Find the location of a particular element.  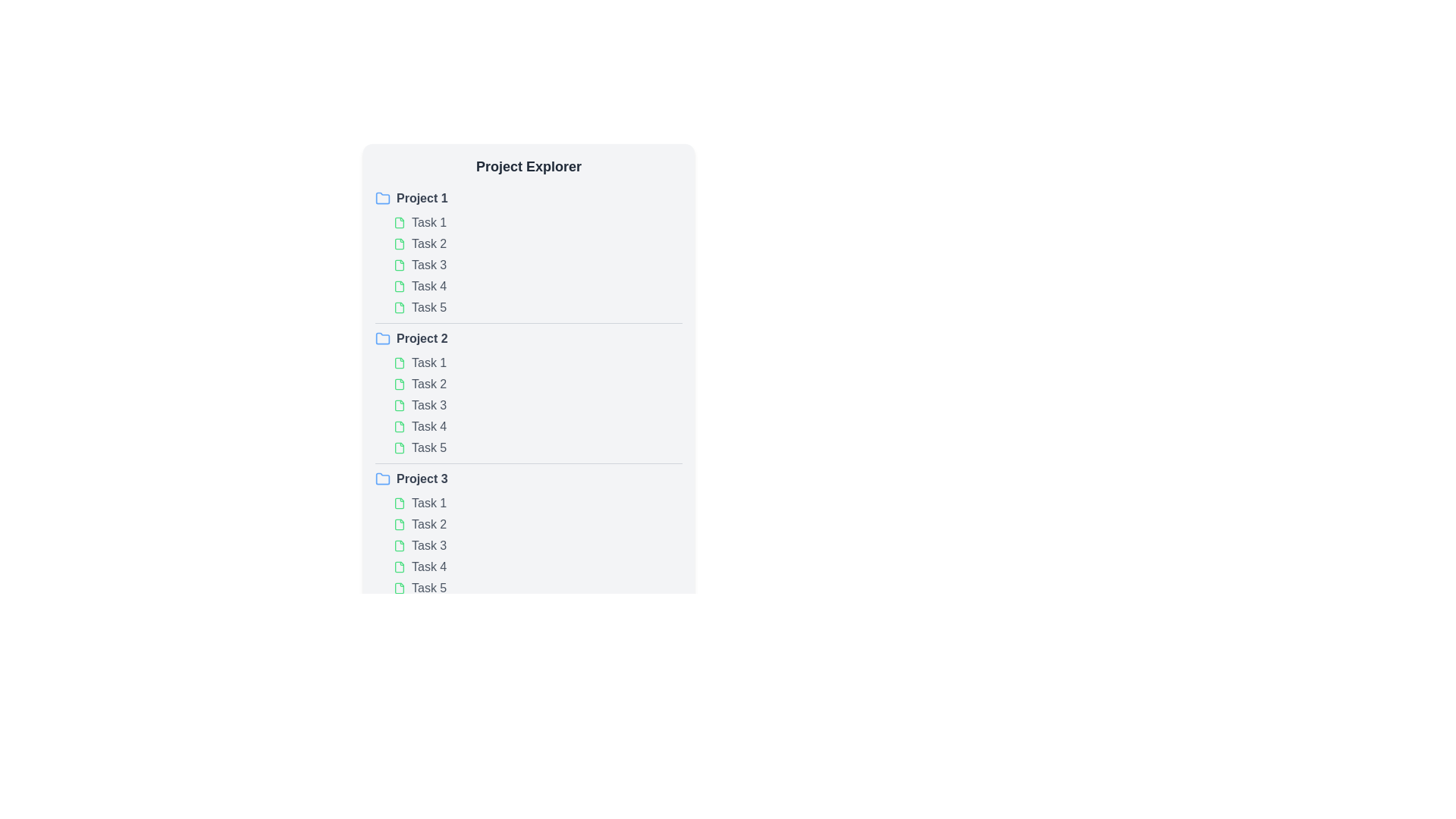

the task titled 'Task 3' under the 'Project 2' section is located at coordinates (538, 405).